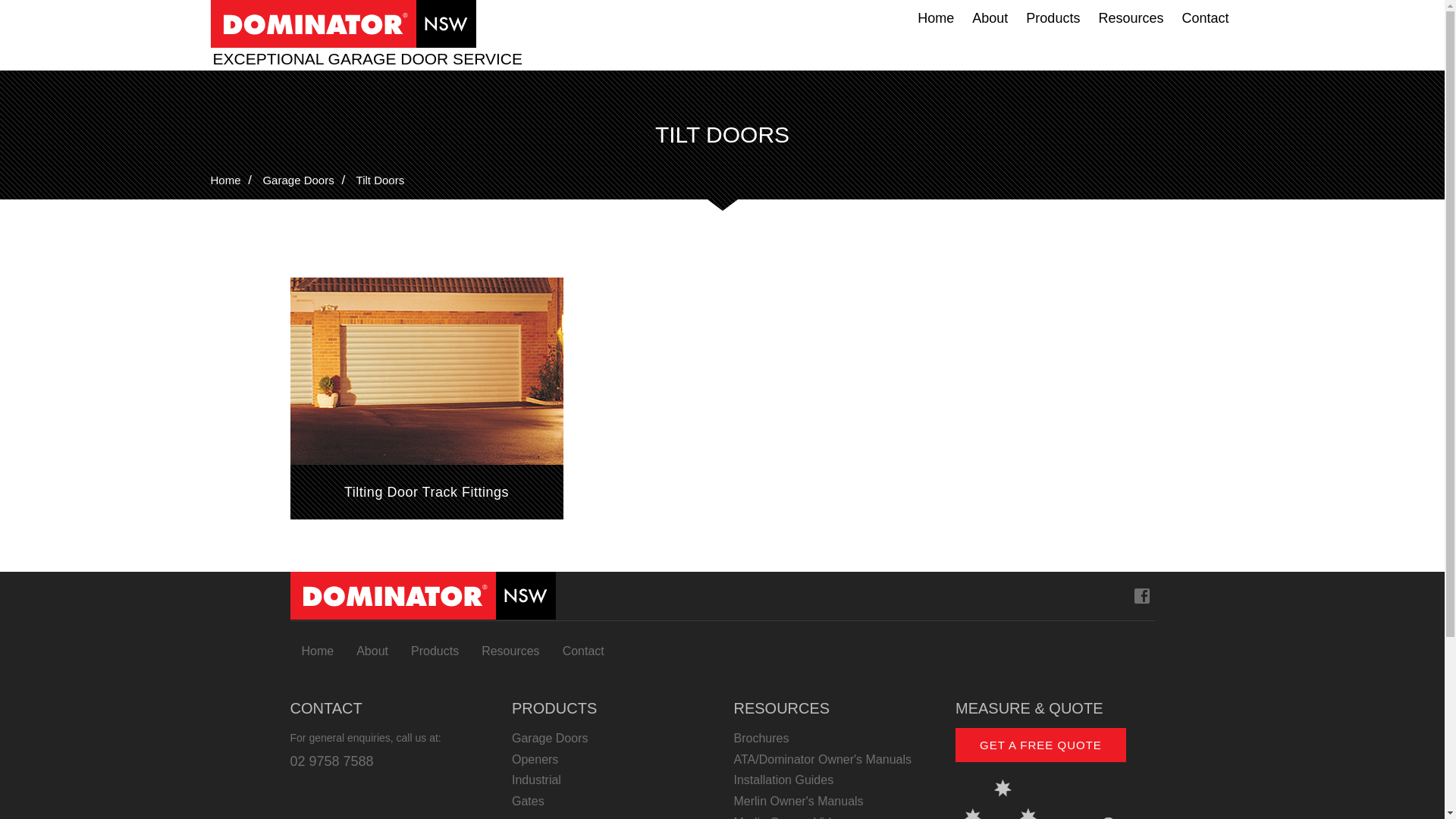 The width and height of the screenshot is (1456, 819). What do you see at coordinates (611, 780) in the screenshot?
I see `'Industrial'` at bounding box center [611, 780].